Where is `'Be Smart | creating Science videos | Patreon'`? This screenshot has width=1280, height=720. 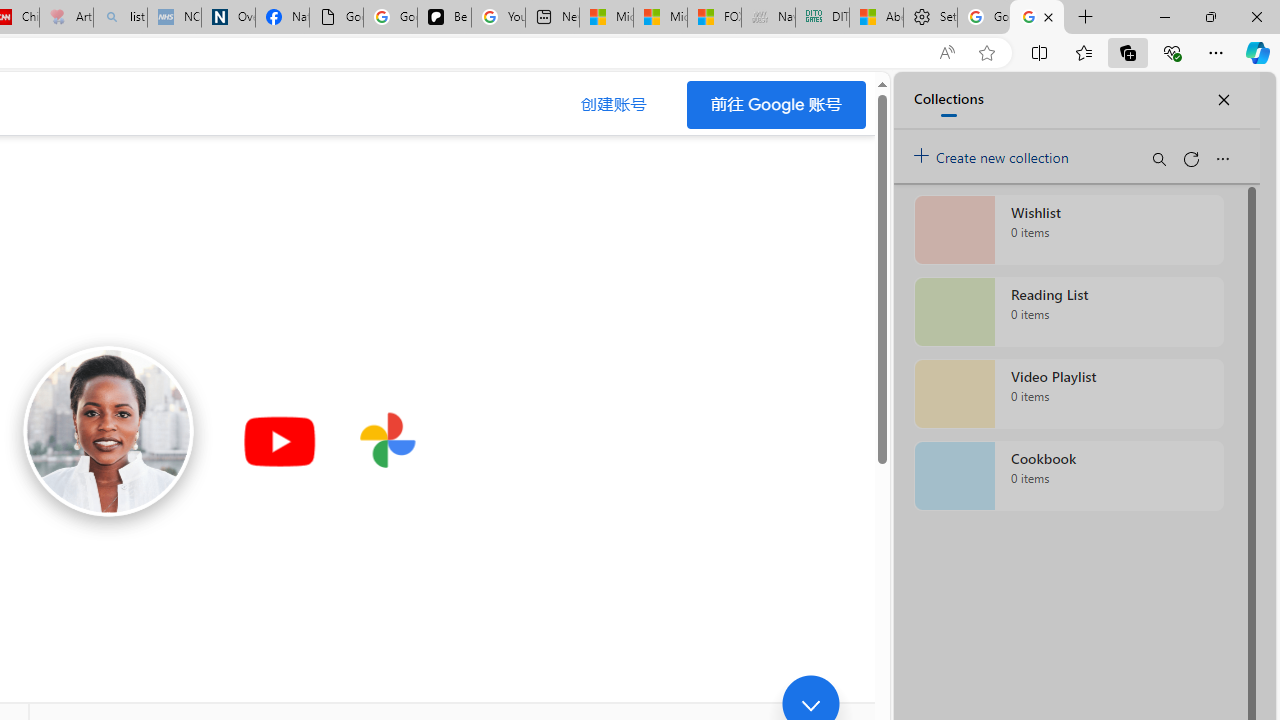 'Be Smart | creating Science videos | Patreon' is located at coordinates (443, 17).